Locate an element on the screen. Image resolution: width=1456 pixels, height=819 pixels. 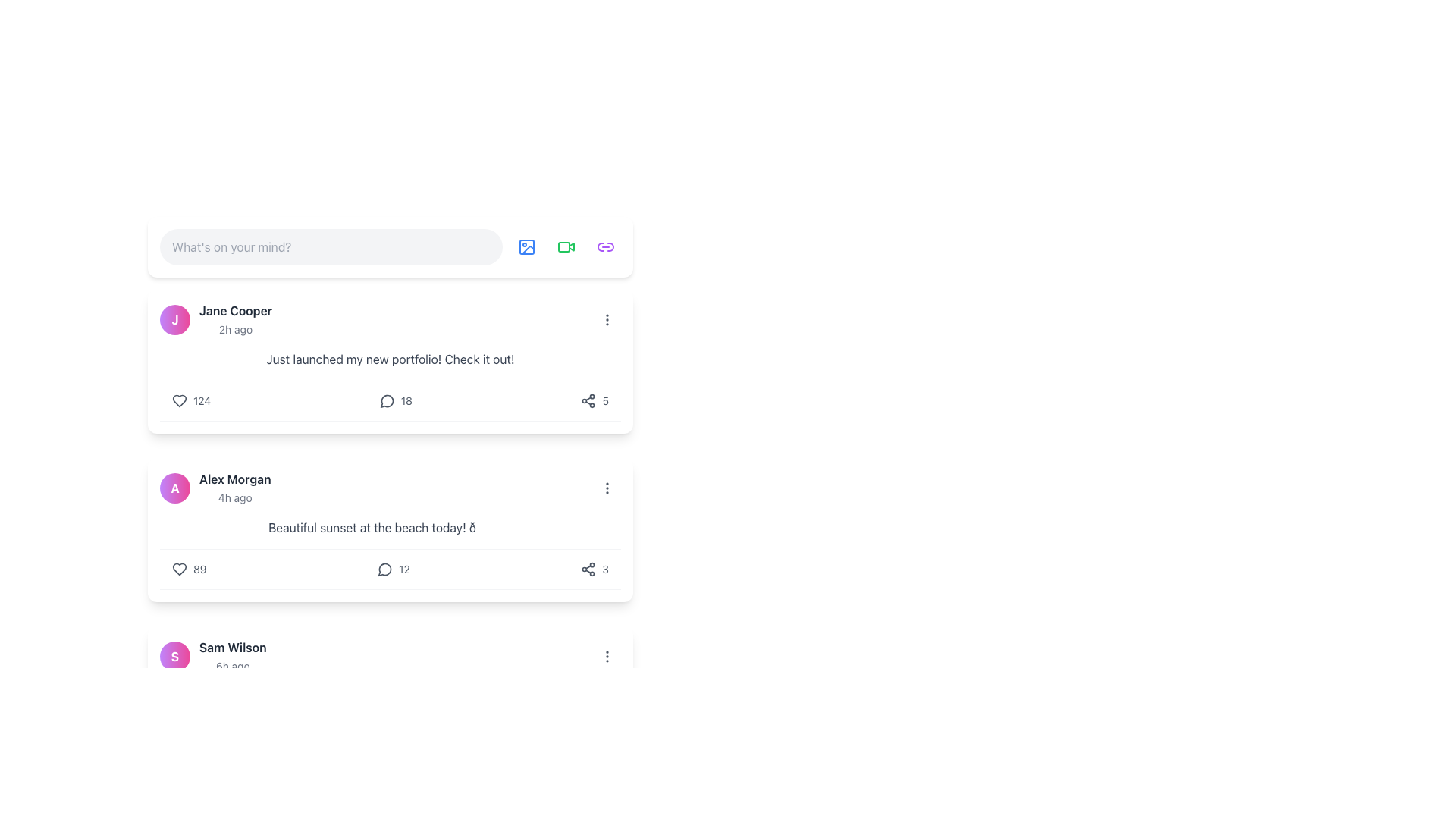
the like button located at the bottom-left corner of the post by 'Alex Morgan' to indicate appreciation for the post is located at coordinates (188, 570).